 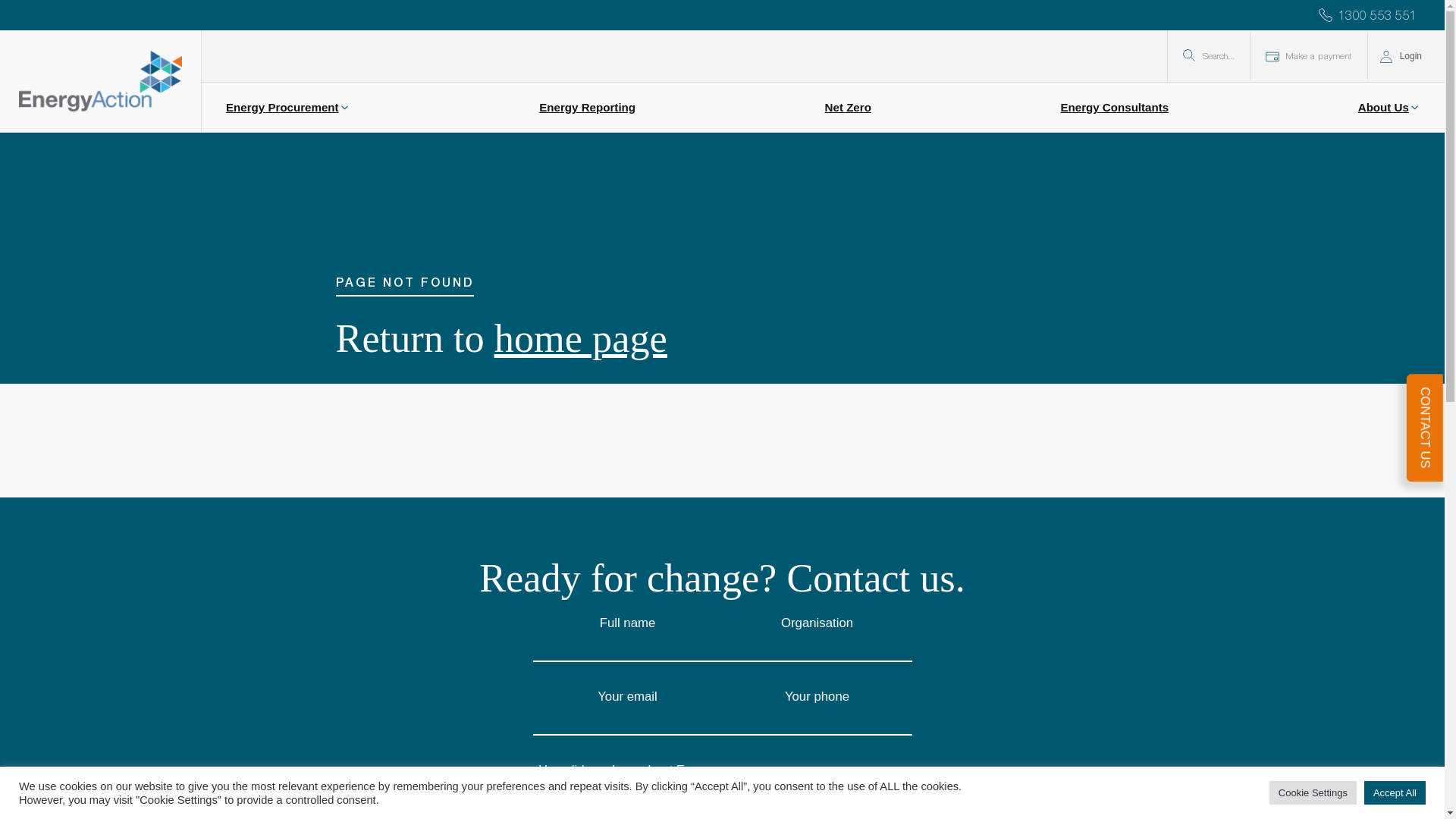 I want to click on 'Search...', so click(x=1207, y=55).